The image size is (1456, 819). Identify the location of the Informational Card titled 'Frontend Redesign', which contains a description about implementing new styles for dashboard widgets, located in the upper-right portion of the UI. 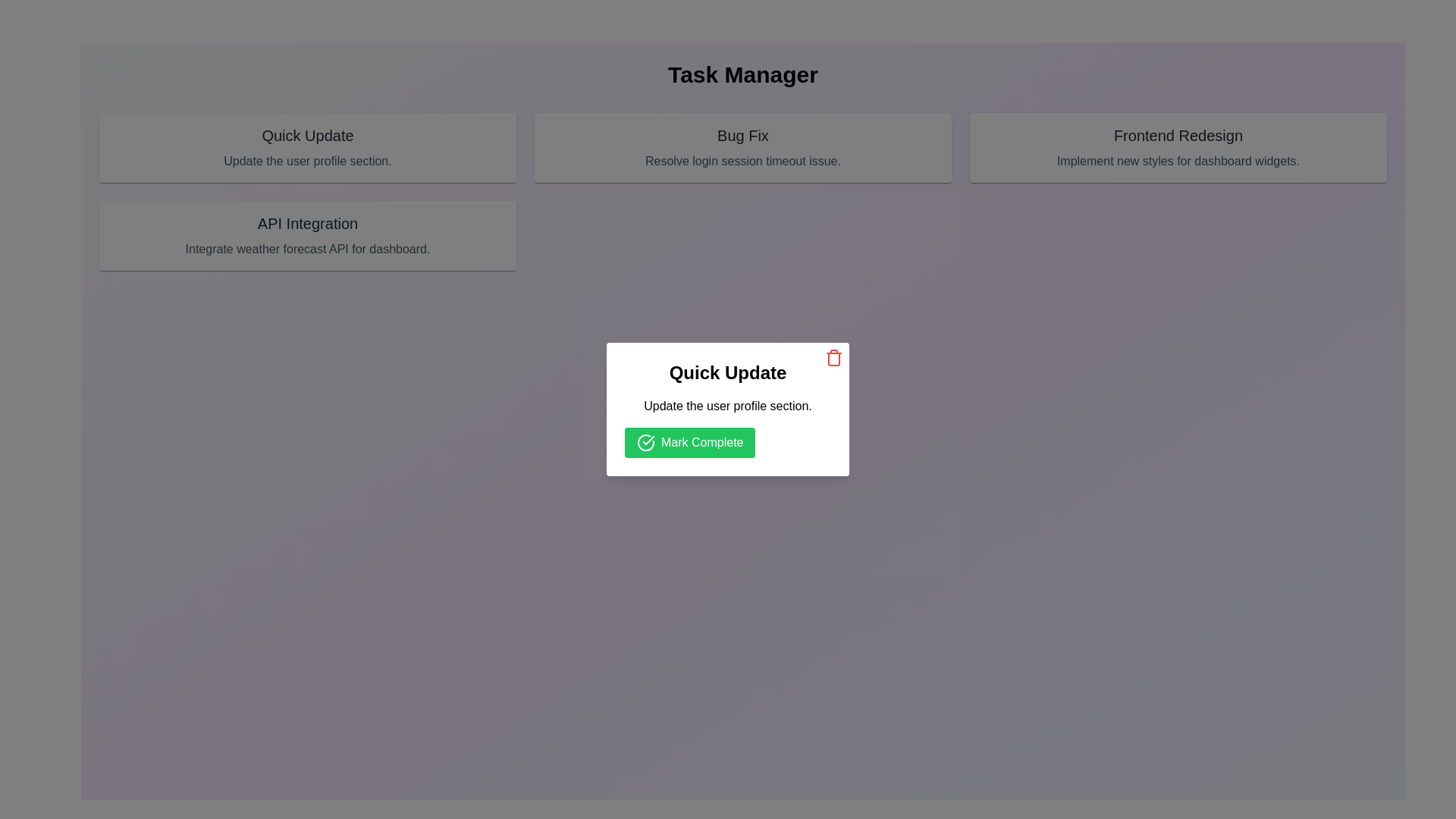
(1168, 138).